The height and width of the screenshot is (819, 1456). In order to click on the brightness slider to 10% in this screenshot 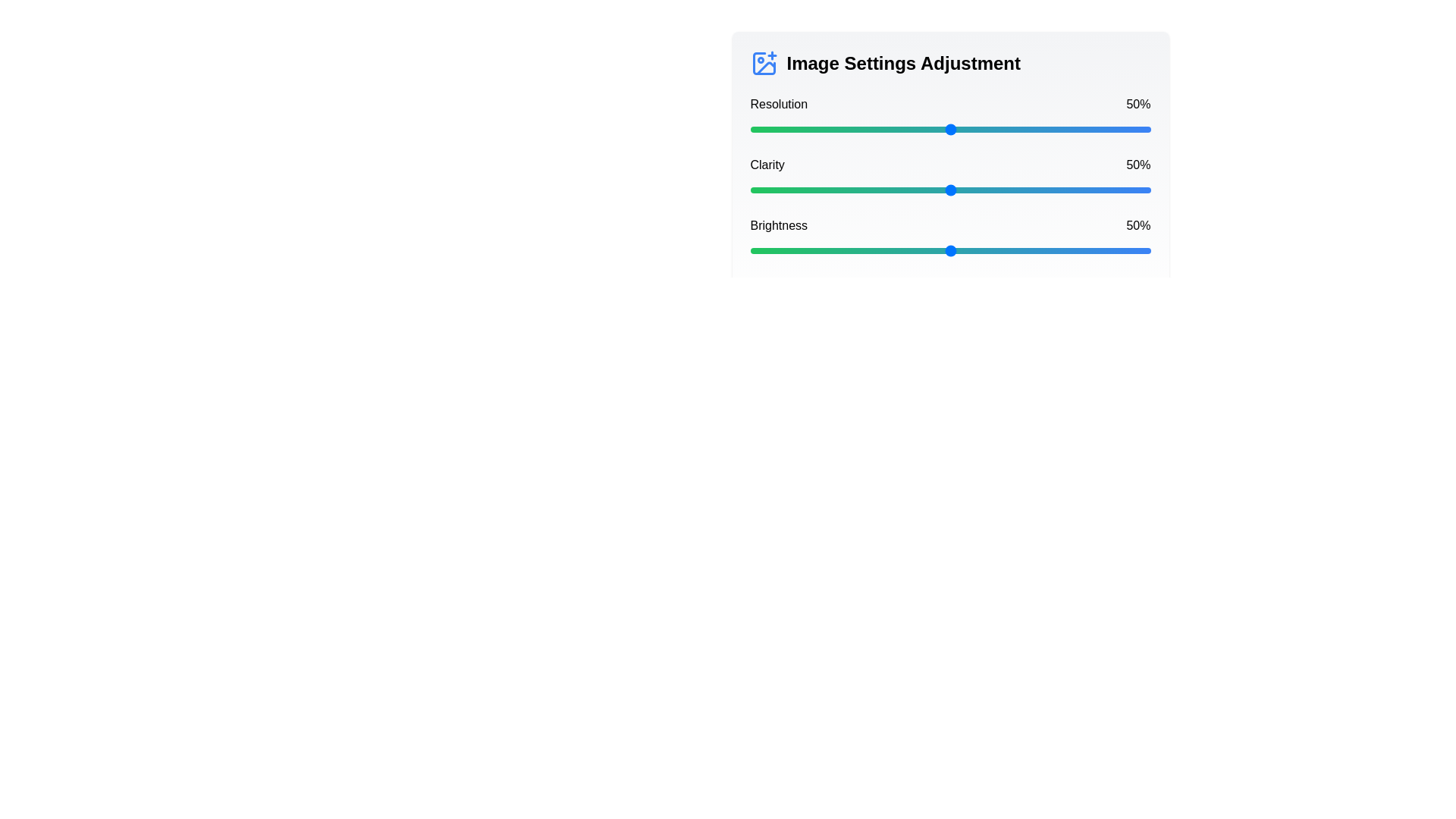, I will do `click(789, 250)`.